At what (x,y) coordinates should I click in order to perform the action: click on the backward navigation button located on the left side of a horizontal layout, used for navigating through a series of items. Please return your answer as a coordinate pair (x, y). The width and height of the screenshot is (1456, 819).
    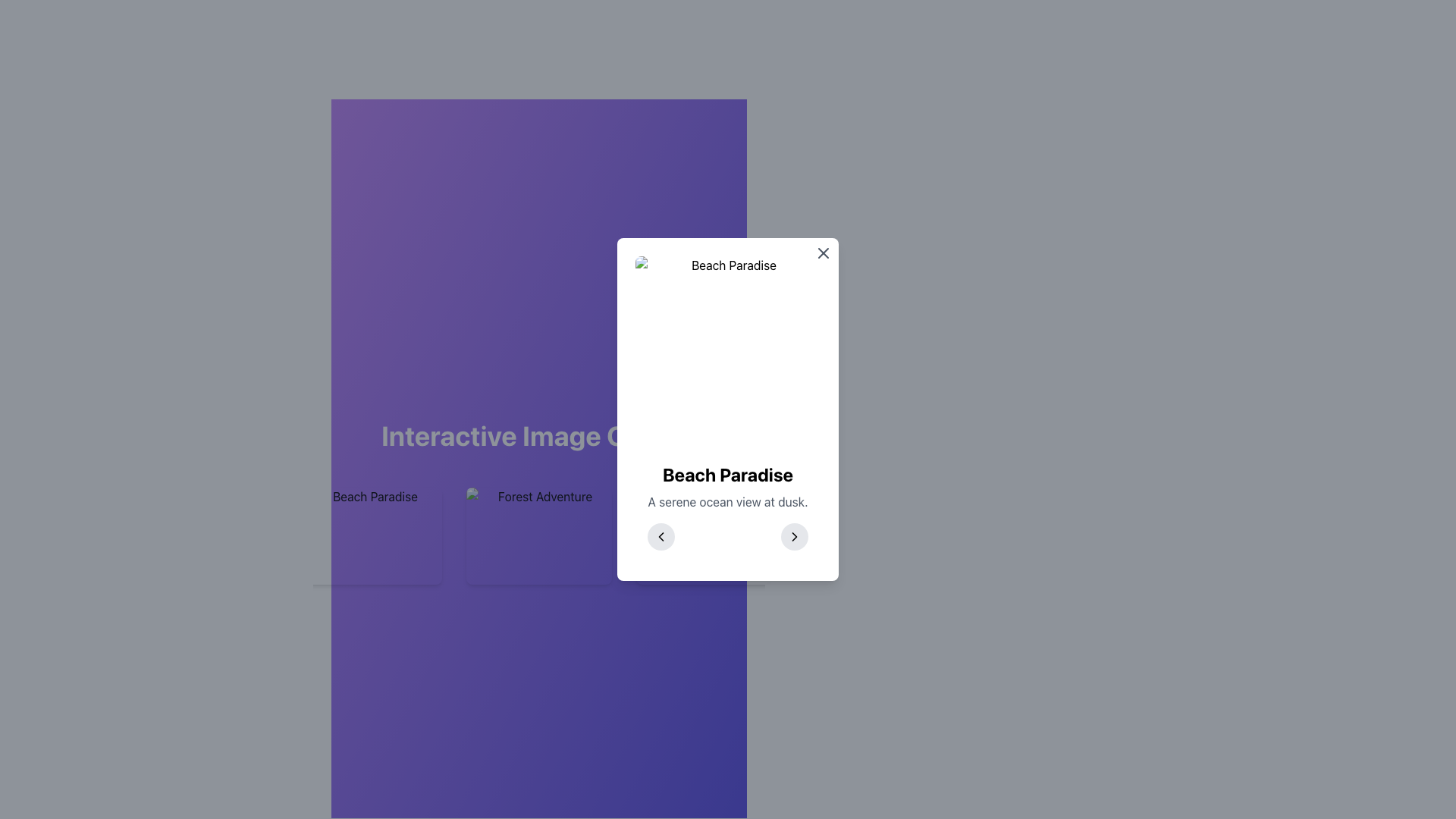
    Looking at the image, I should click on (661, 536).